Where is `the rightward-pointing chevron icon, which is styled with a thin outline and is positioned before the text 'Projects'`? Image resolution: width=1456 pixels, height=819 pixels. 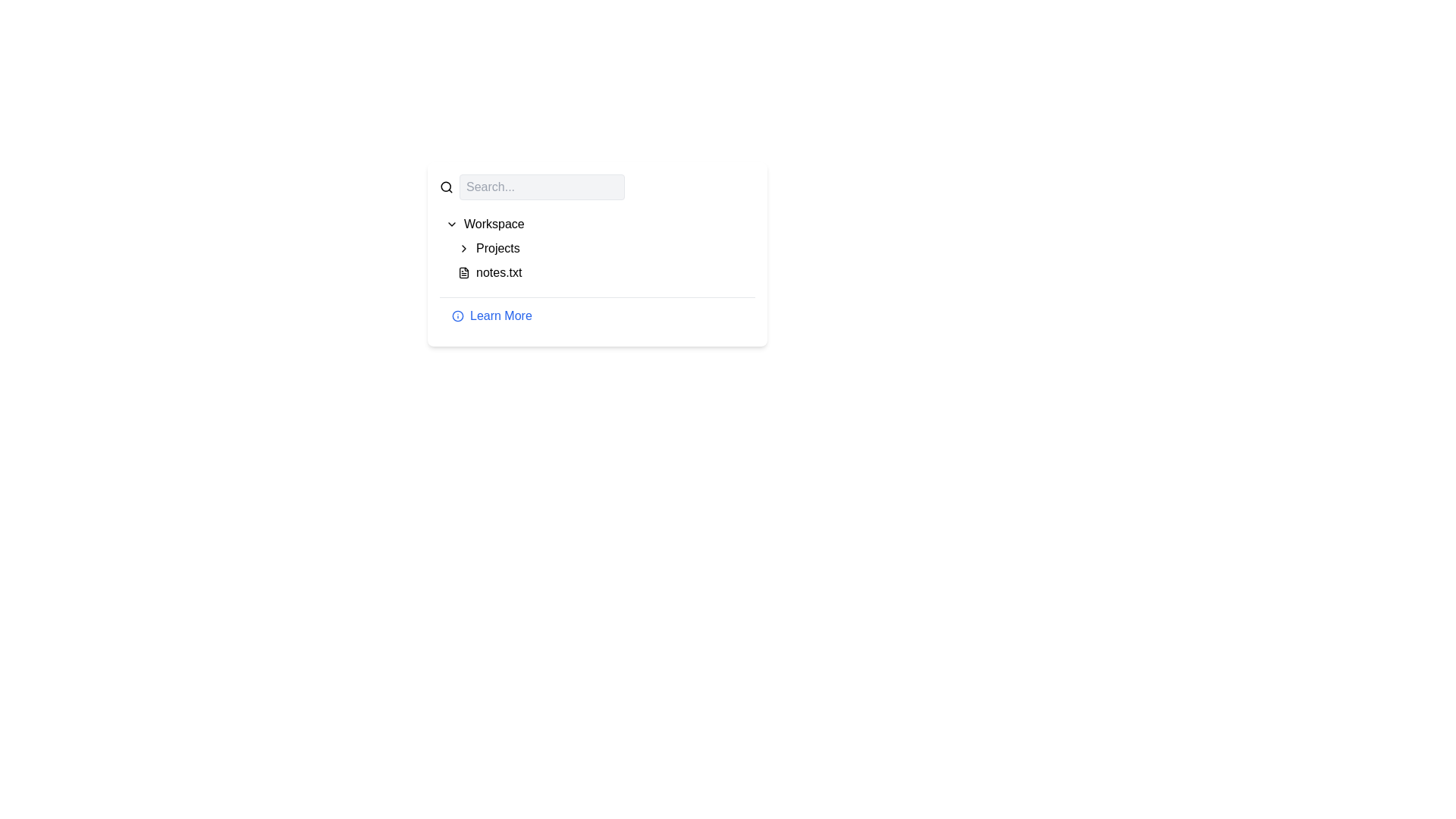
the rightward-pointing chevron icon, which is styled with a thin outline and is positioned before the text 'Projects' is located at coordinates (463, 247).